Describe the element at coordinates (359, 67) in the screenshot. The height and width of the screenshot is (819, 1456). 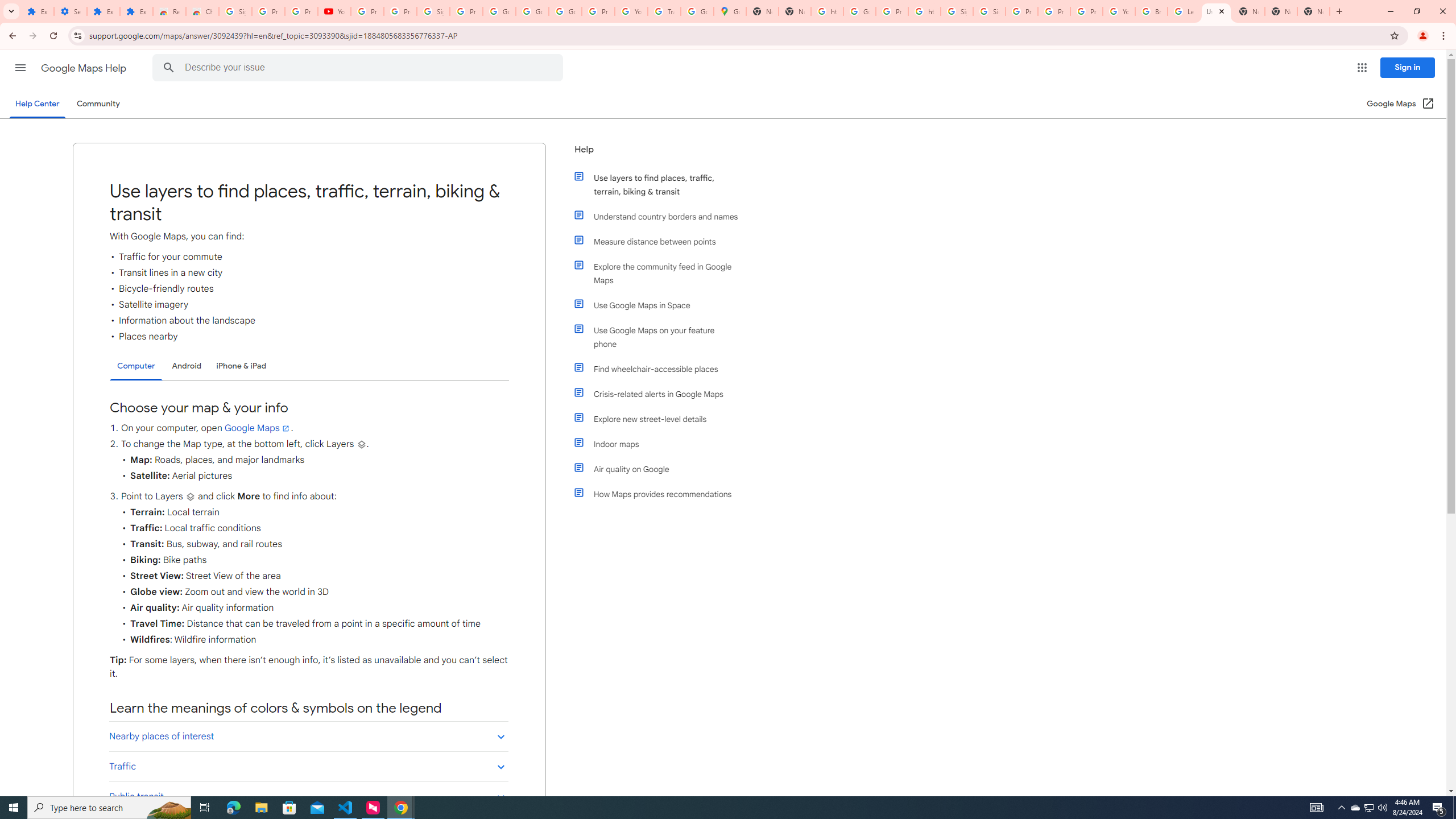
I see `'Describe your issue'` at that location.